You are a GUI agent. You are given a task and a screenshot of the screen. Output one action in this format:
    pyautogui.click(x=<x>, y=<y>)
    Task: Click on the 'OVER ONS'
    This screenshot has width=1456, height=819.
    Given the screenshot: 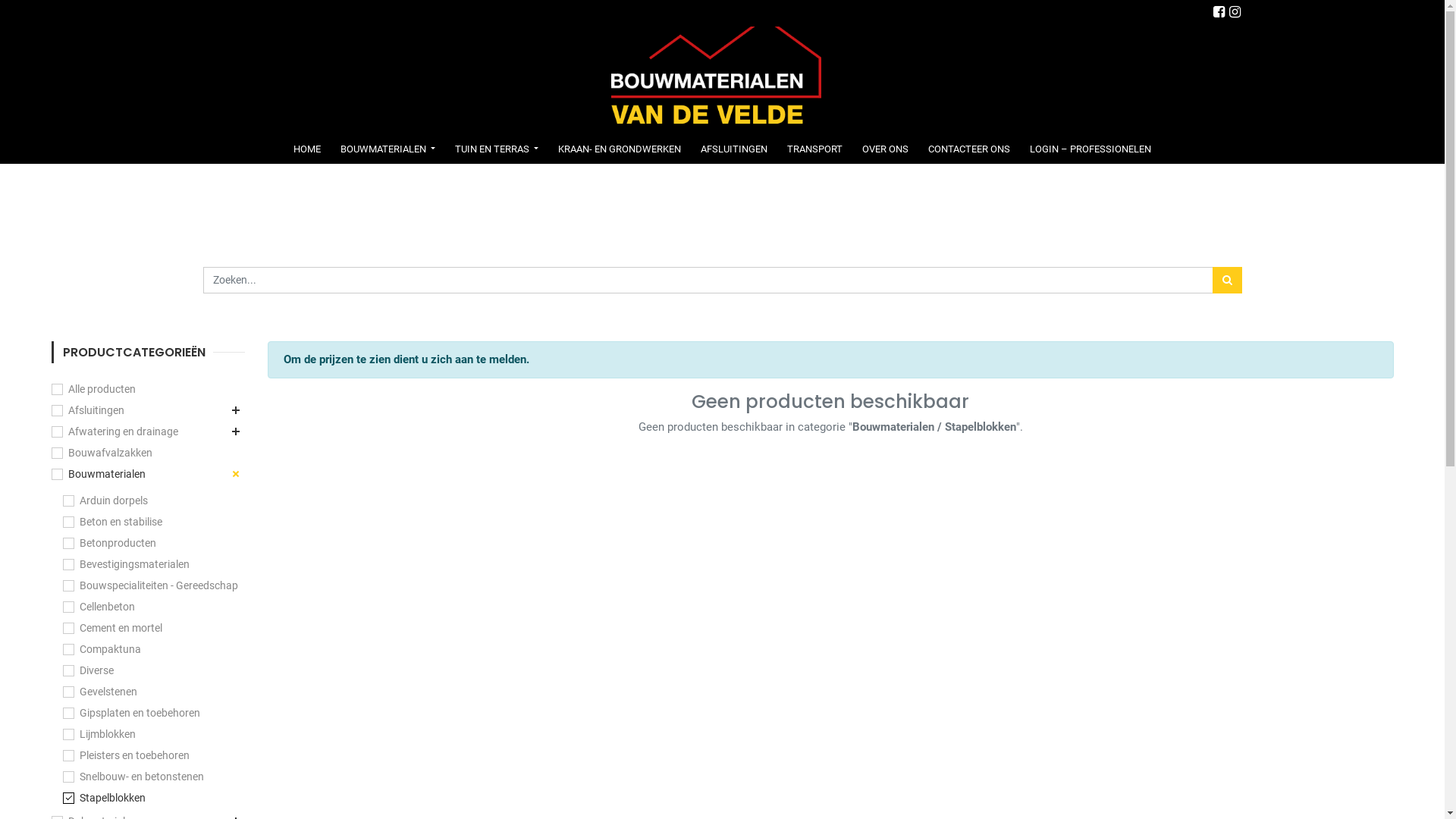 What is the action you would take?
    pyautogui.click(x=885, y=149)
    